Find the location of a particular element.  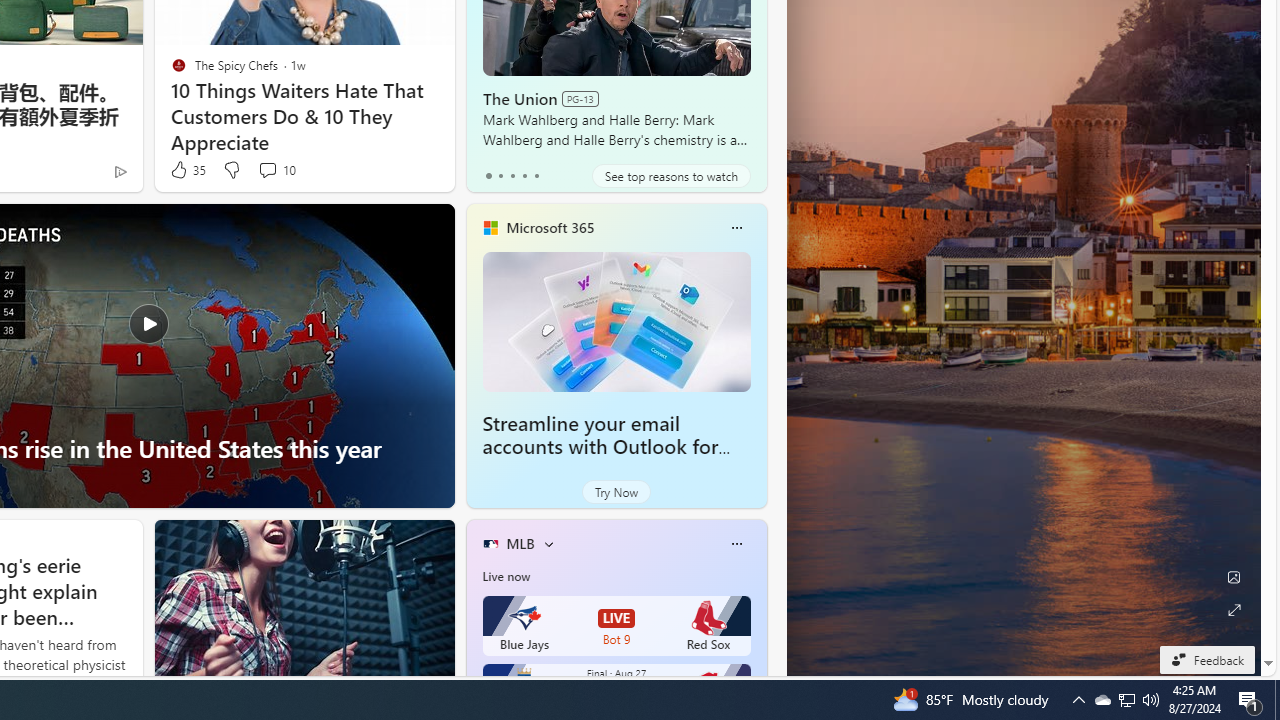

'View comments 10 Comment' is located at coordinates (276, 169).